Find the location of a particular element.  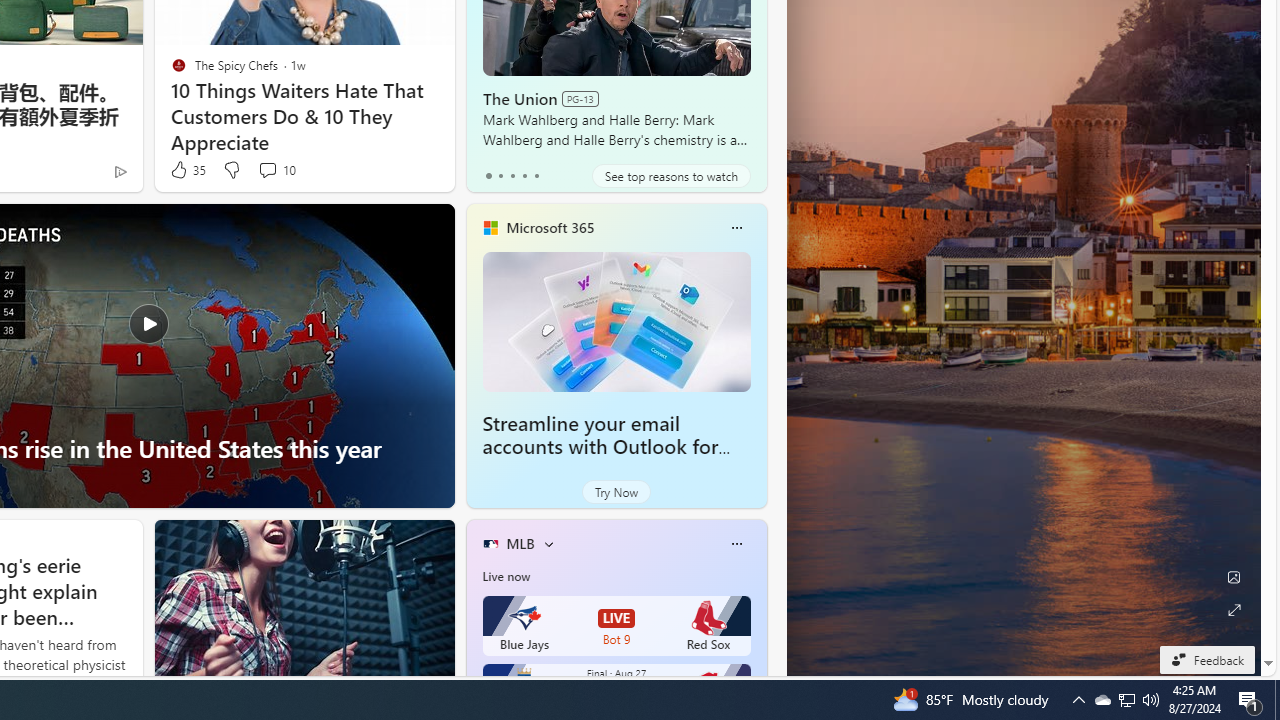

'View comments 10 Comment' is located at coordinates (276, 169).